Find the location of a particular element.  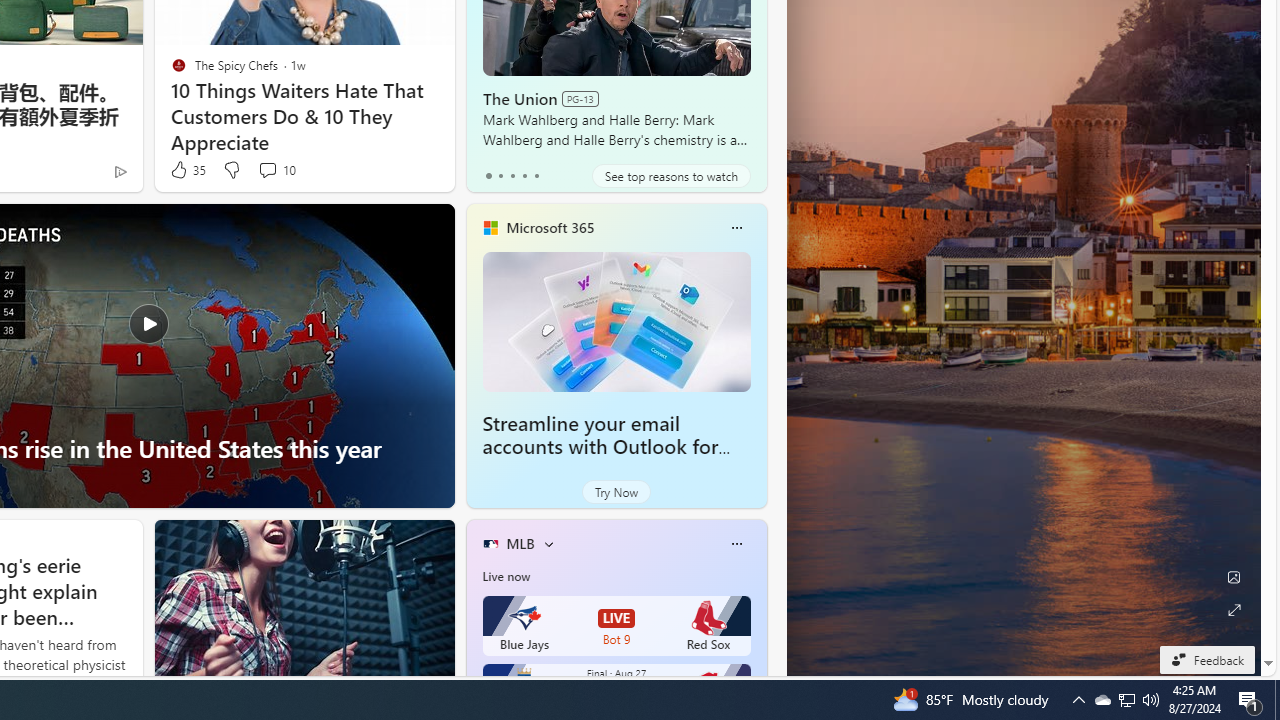

'View comments 10 Comment' is located at coordinates (276, 169).